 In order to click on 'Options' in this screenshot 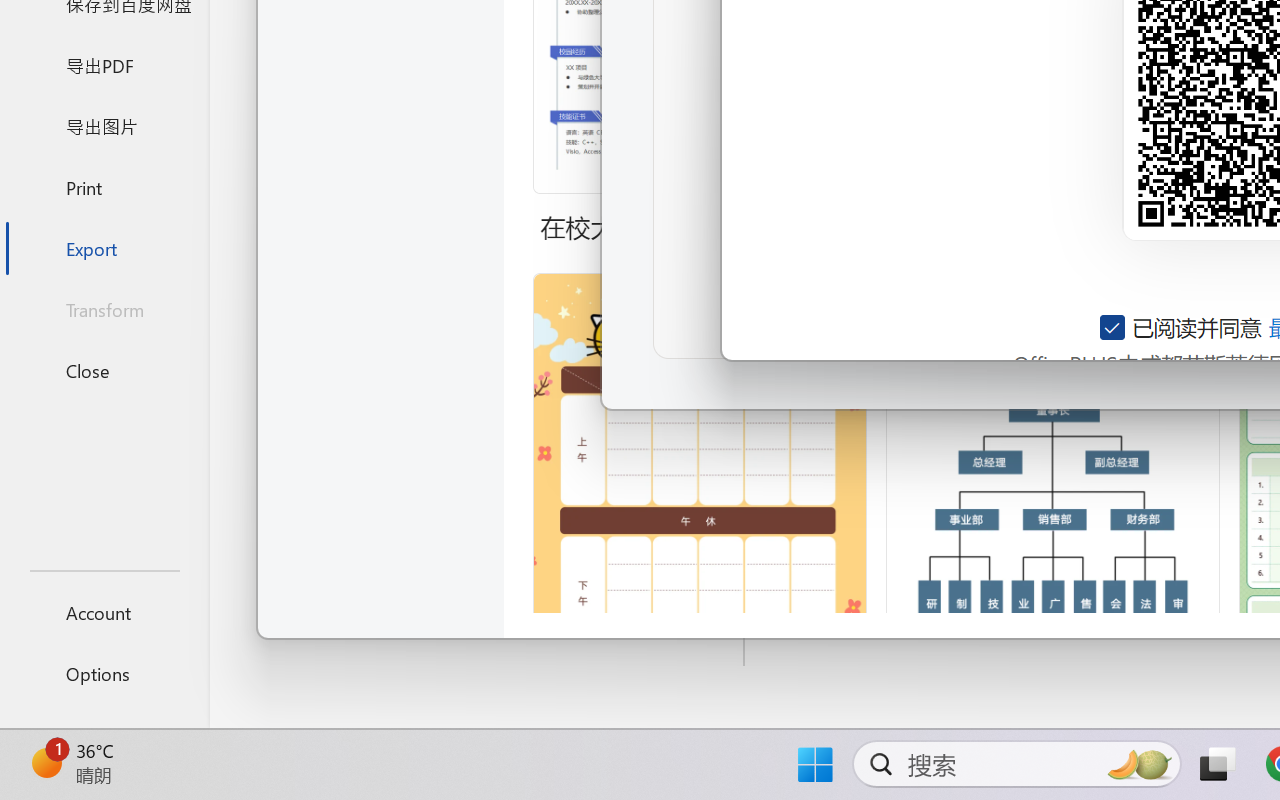, I will do `click(103, 673)`.